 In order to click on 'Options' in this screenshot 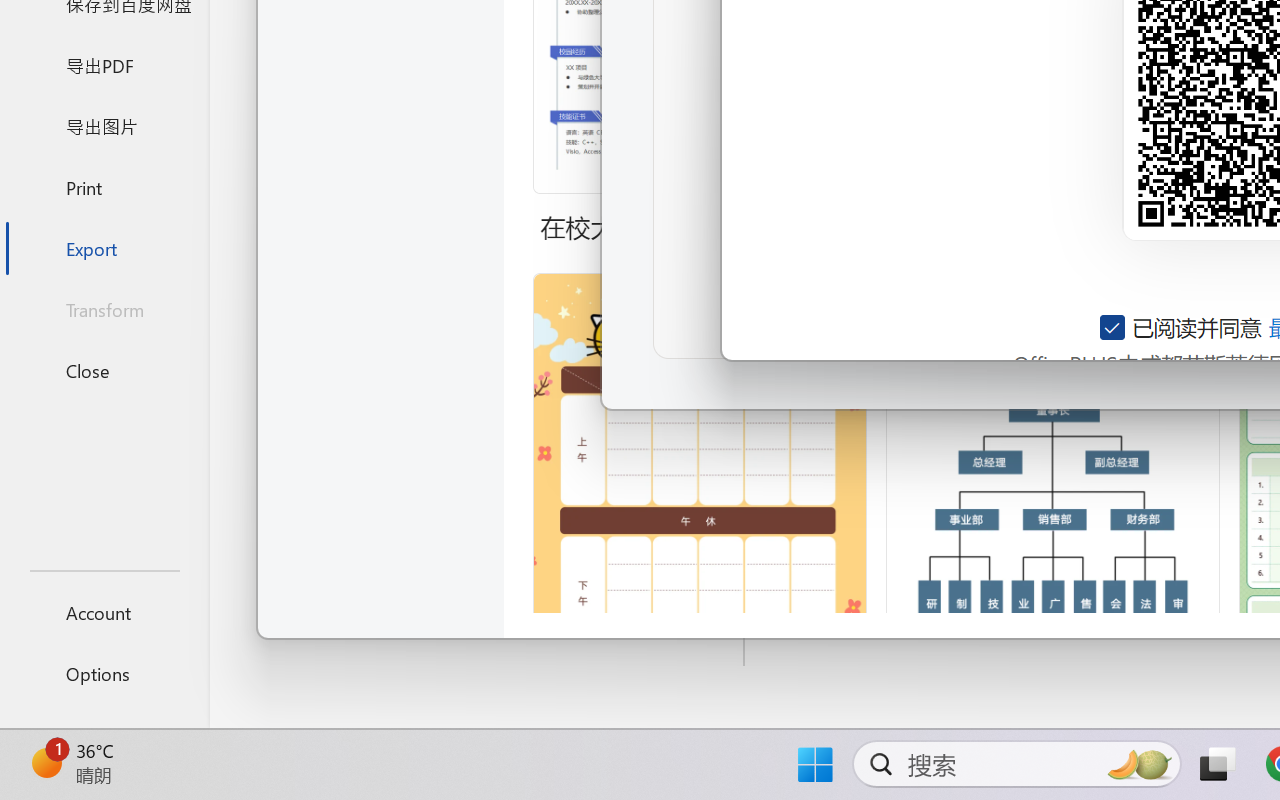, I will do `click(103, 673)`.